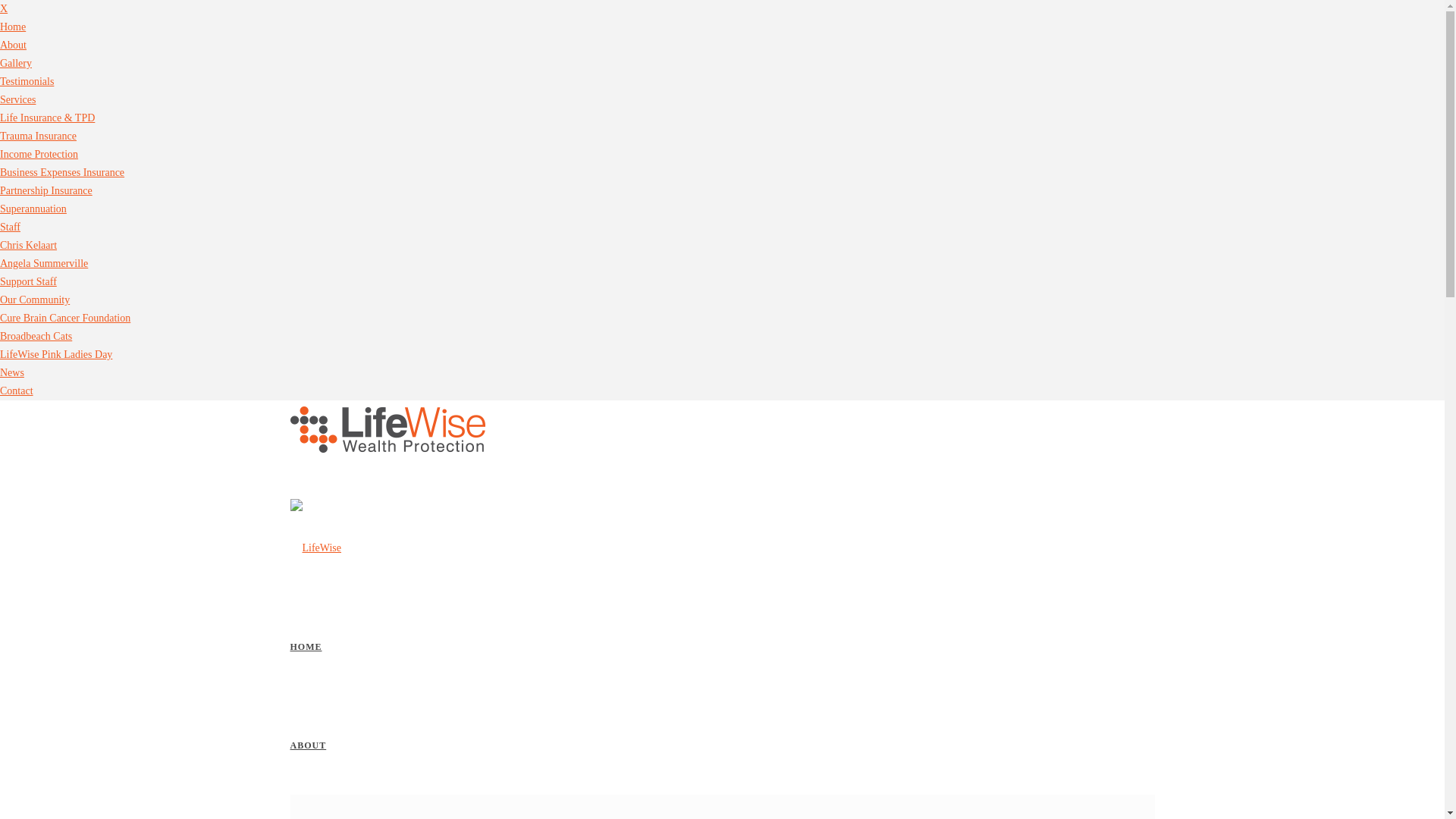 The image size is (1456, 819). I want to click on 'Services', so click(17, 99).